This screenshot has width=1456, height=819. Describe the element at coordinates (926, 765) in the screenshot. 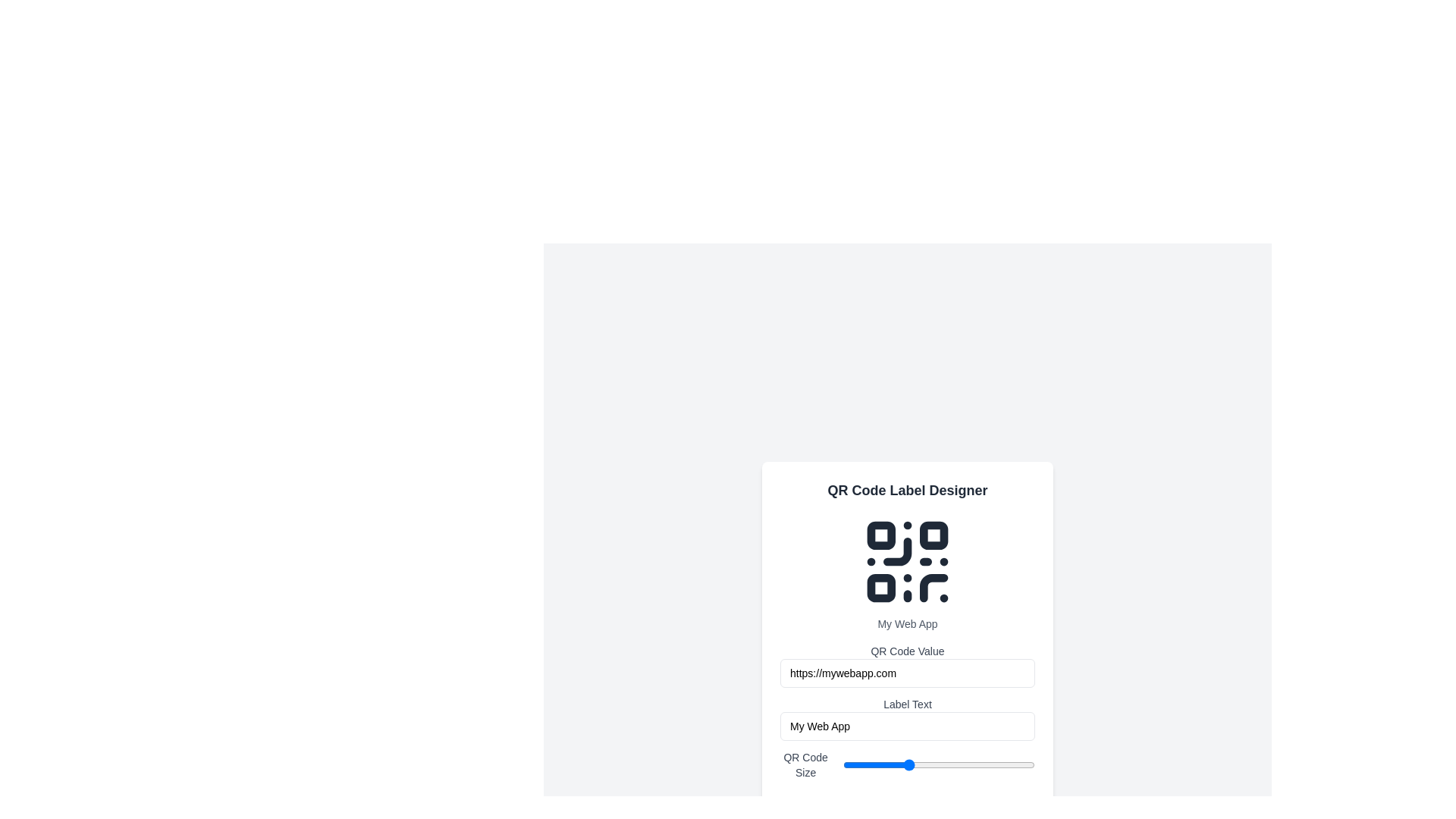

I see `the QR code size` at that location.